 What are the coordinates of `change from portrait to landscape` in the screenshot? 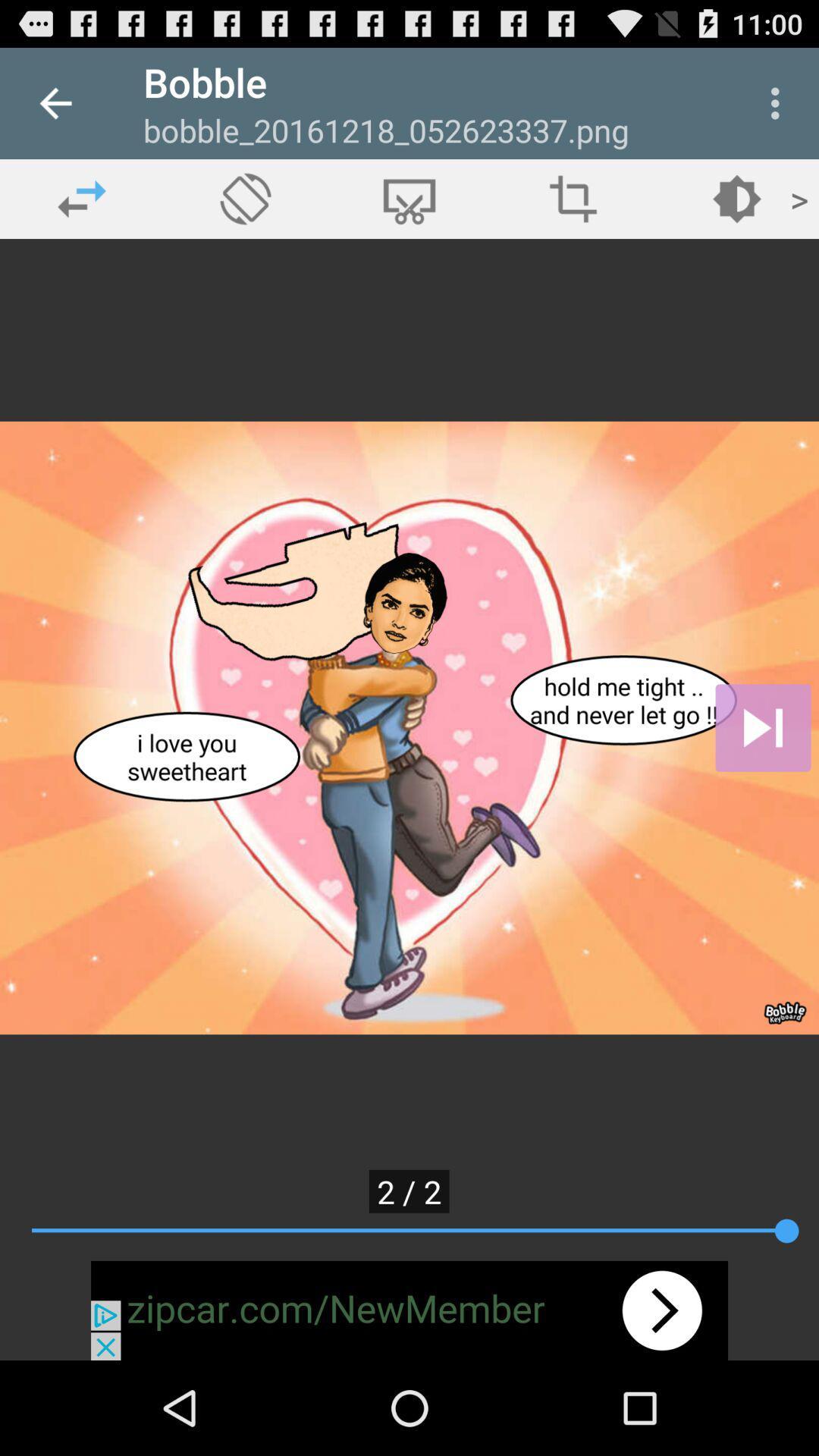 It's located at (245, 198).